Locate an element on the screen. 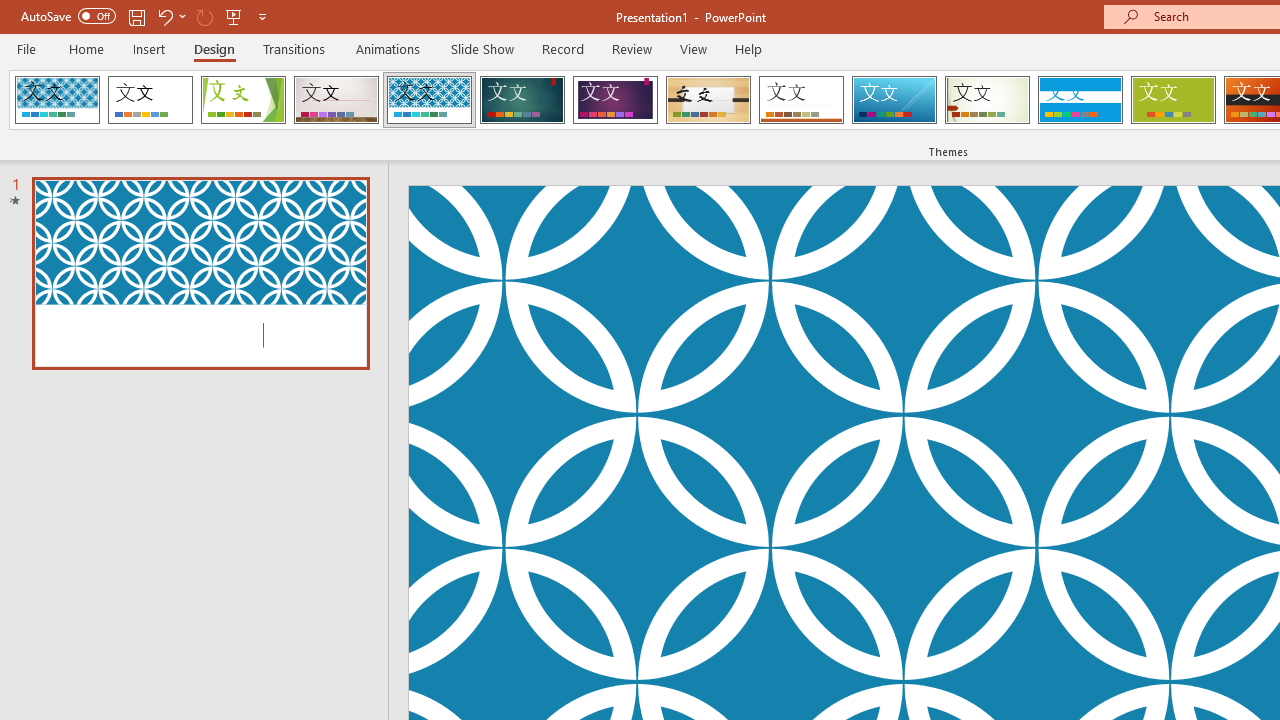  'Office Theme' is located at coordinates (149, 100).